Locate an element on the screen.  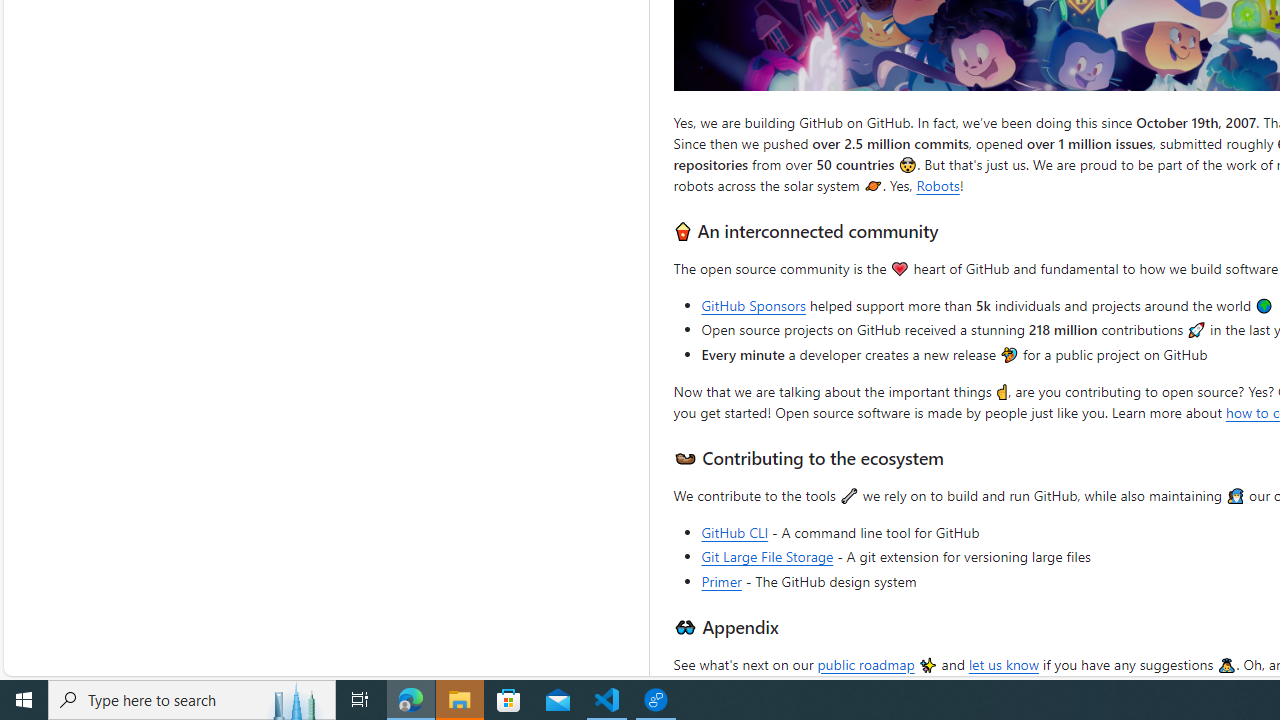
'GitHub CLI' is located at coordinates (734, 531).